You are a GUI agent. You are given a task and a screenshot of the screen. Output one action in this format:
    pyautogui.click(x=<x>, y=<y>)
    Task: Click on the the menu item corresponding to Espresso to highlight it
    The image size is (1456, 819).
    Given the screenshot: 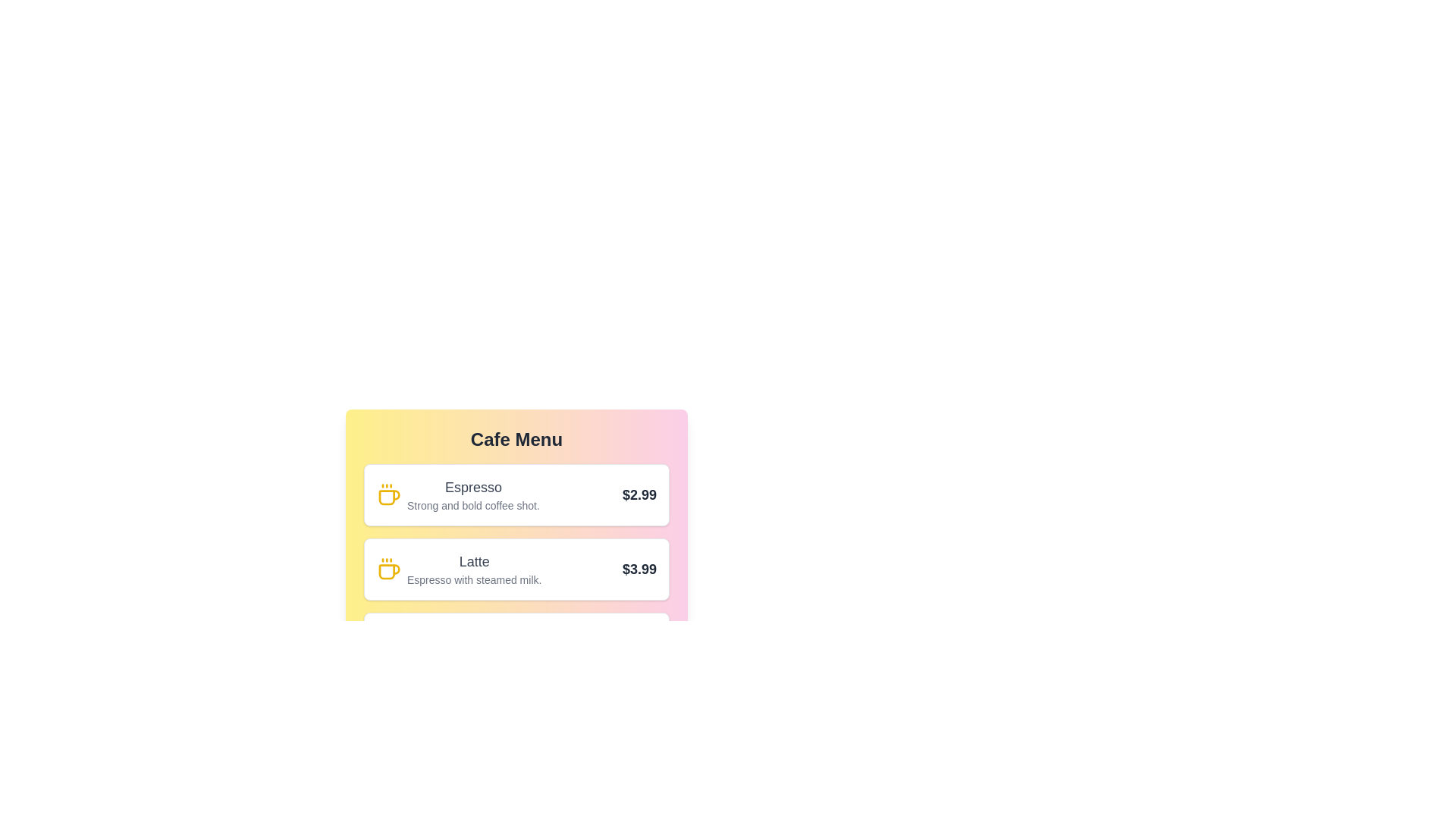 What is the action you would take?
    pyautogui.click(x=516, y=494)
    